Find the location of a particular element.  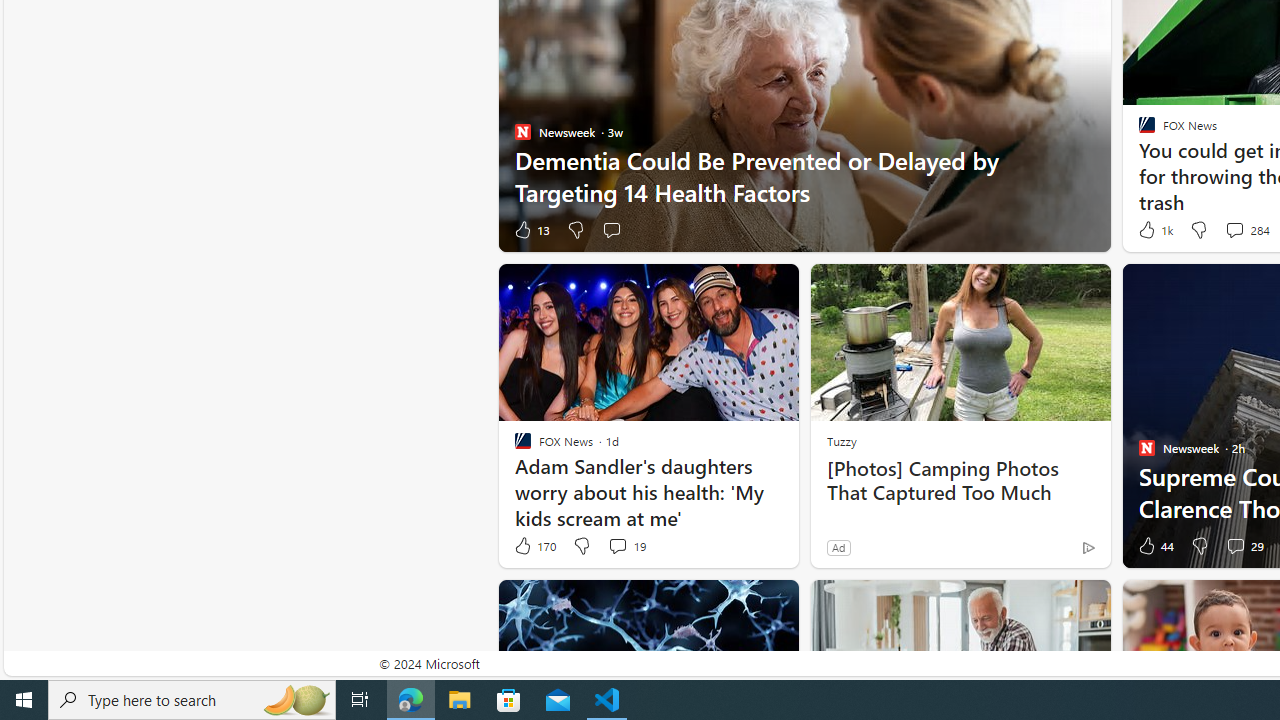

'View comments 284 Comment' is located at coordinates (1245, 229).